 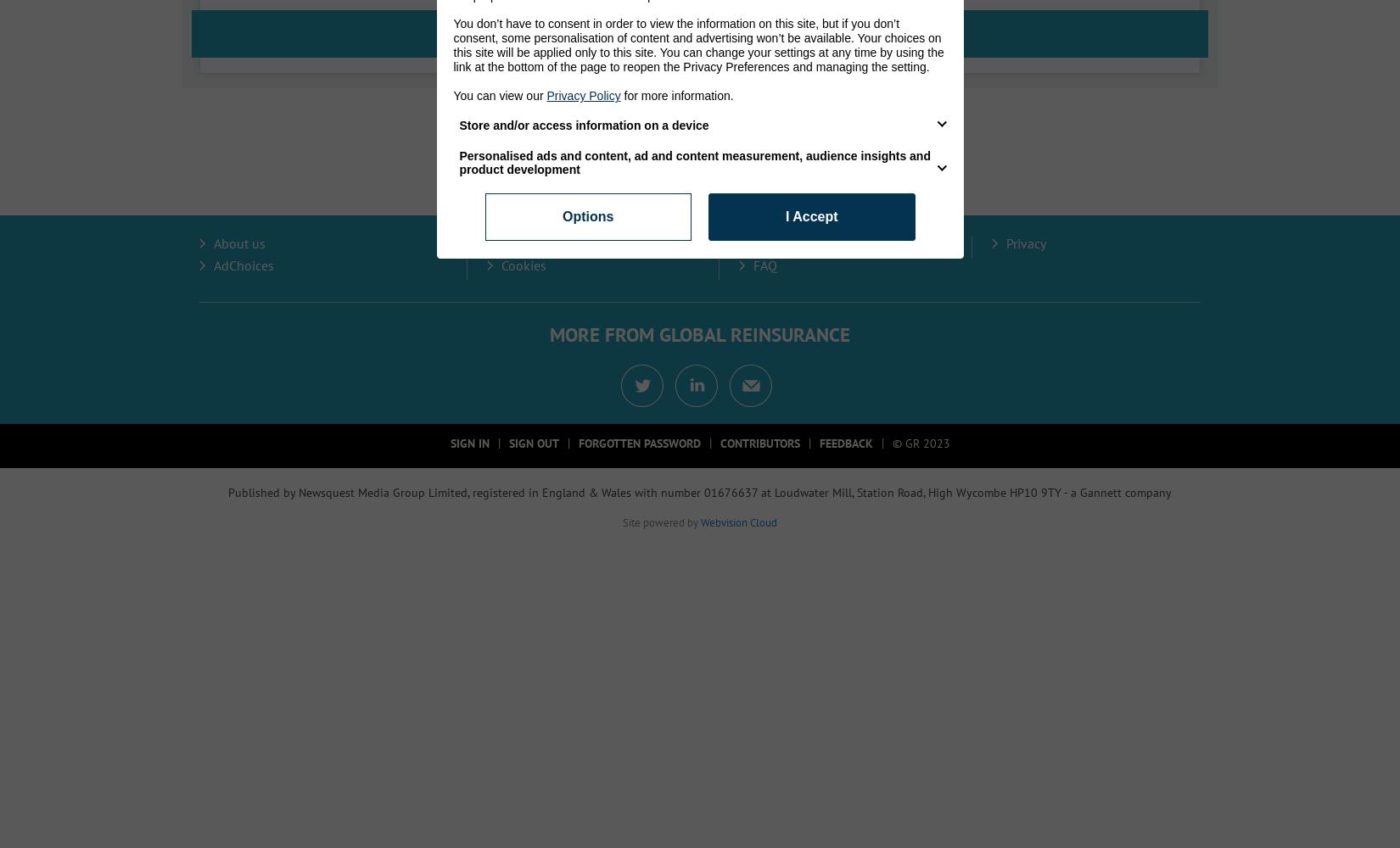 I want to click on 'AdChoices', so click(x=244, y=265).